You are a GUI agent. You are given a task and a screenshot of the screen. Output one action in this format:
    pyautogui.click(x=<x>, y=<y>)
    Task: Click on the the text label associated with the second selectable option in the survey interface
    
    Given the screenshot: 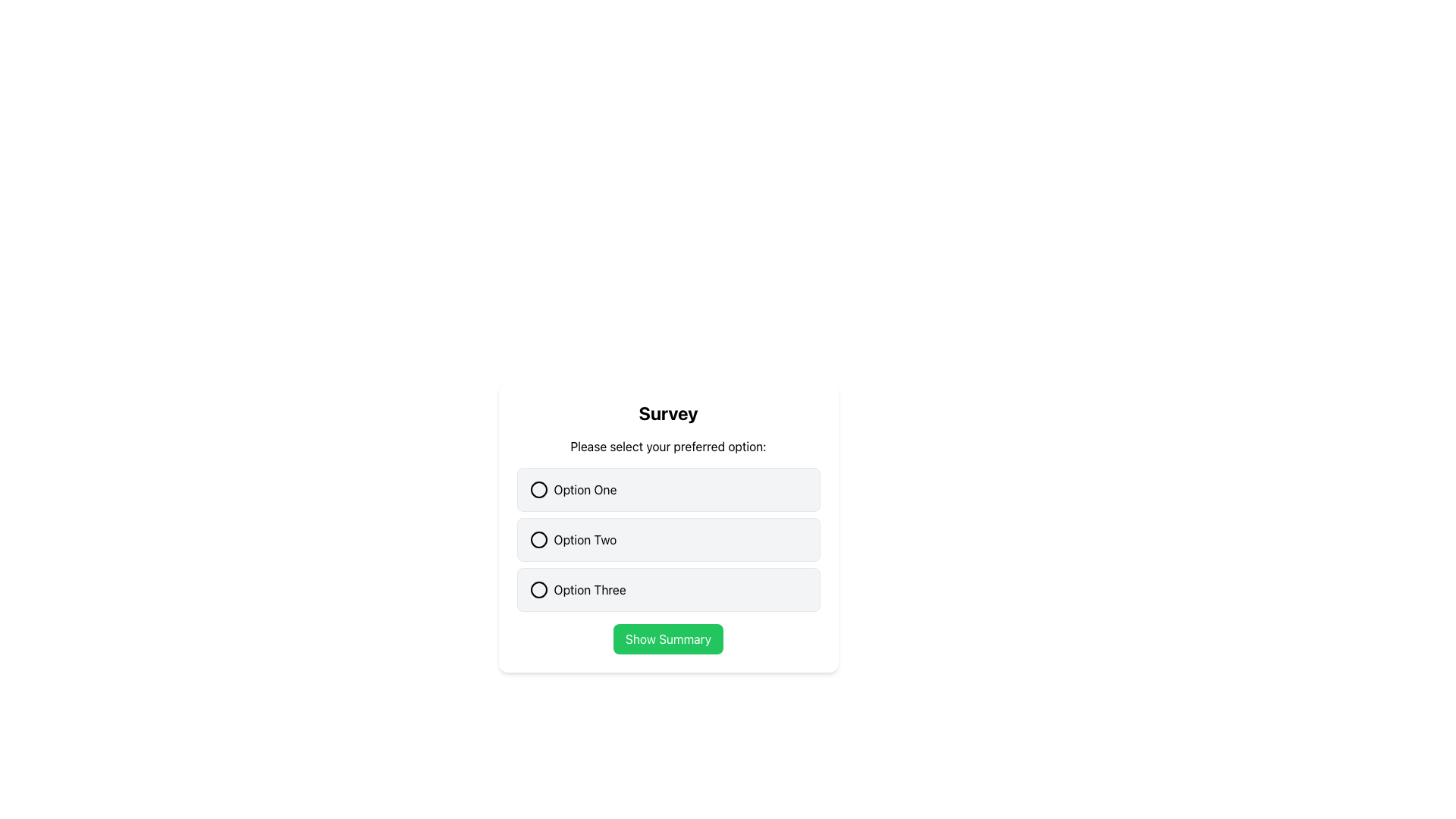 What is the action you would take?
    pyautogui.click(x=584, y=539)
    